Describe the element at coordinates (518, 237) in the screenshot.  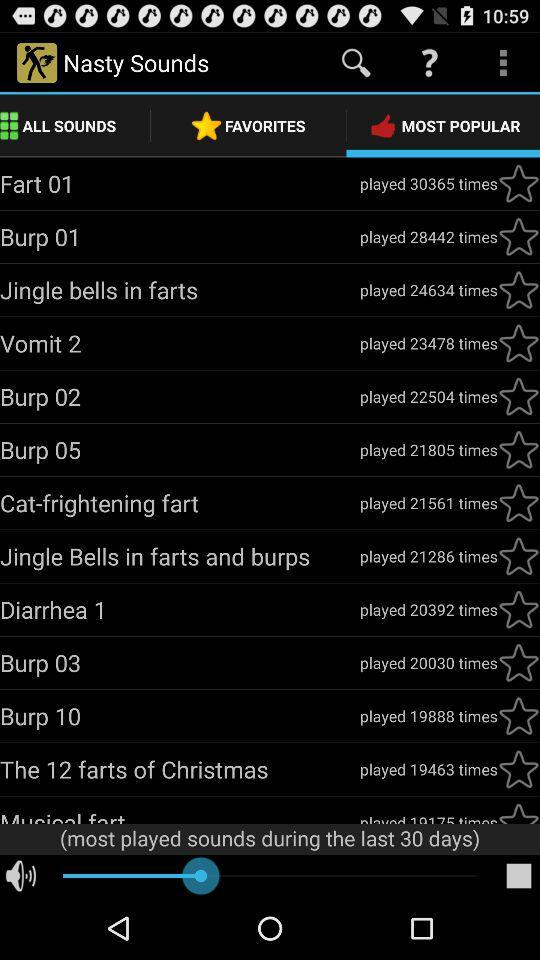
I see `click the rating symbol` at that location.